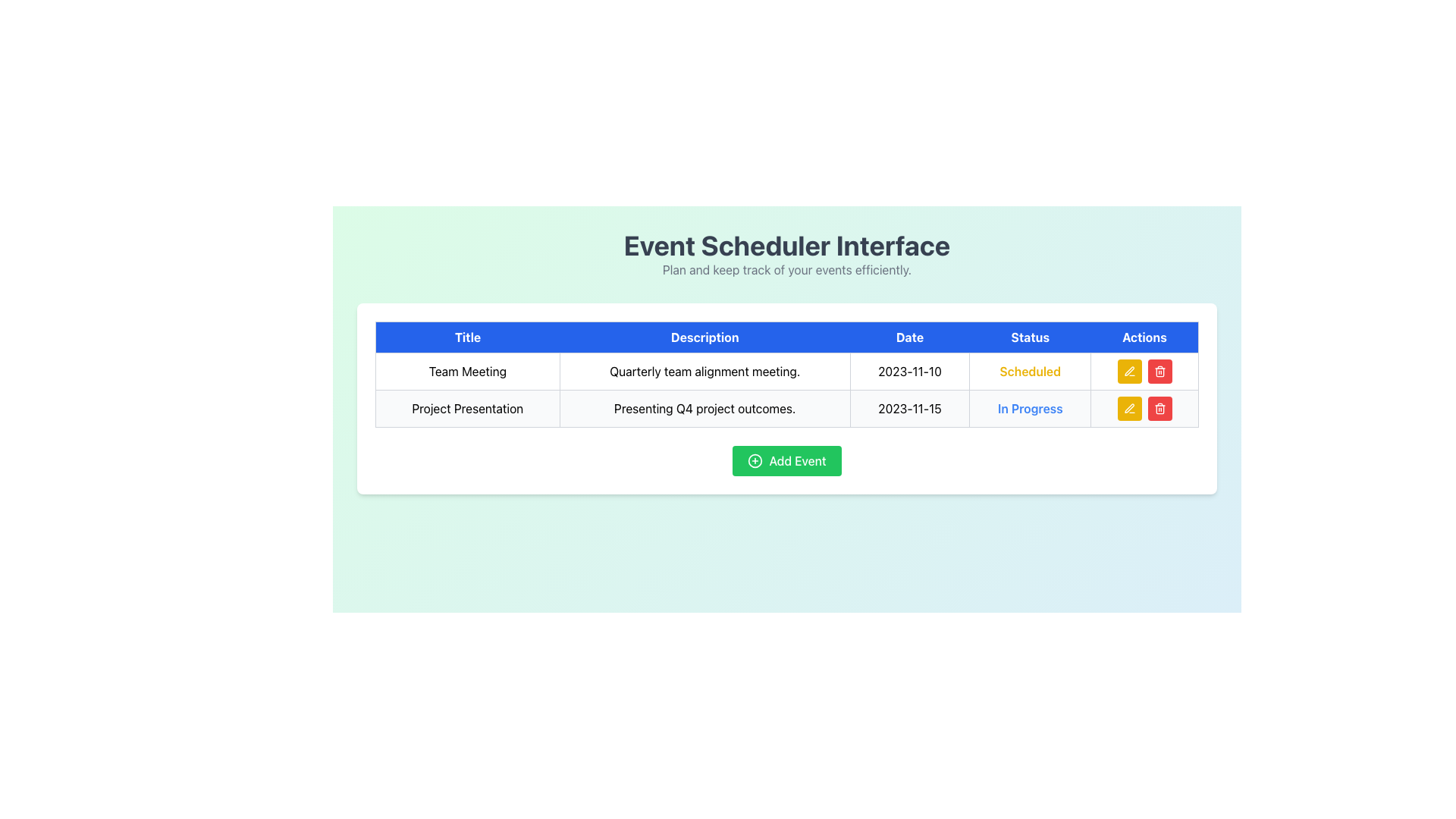  Describe the element at coordinates (1144, 336) in the screenshot. I see `the Text label located in the table header row at the top right corner, which indicates the purpose of the corresponding actions column after 'Status'` at that location.